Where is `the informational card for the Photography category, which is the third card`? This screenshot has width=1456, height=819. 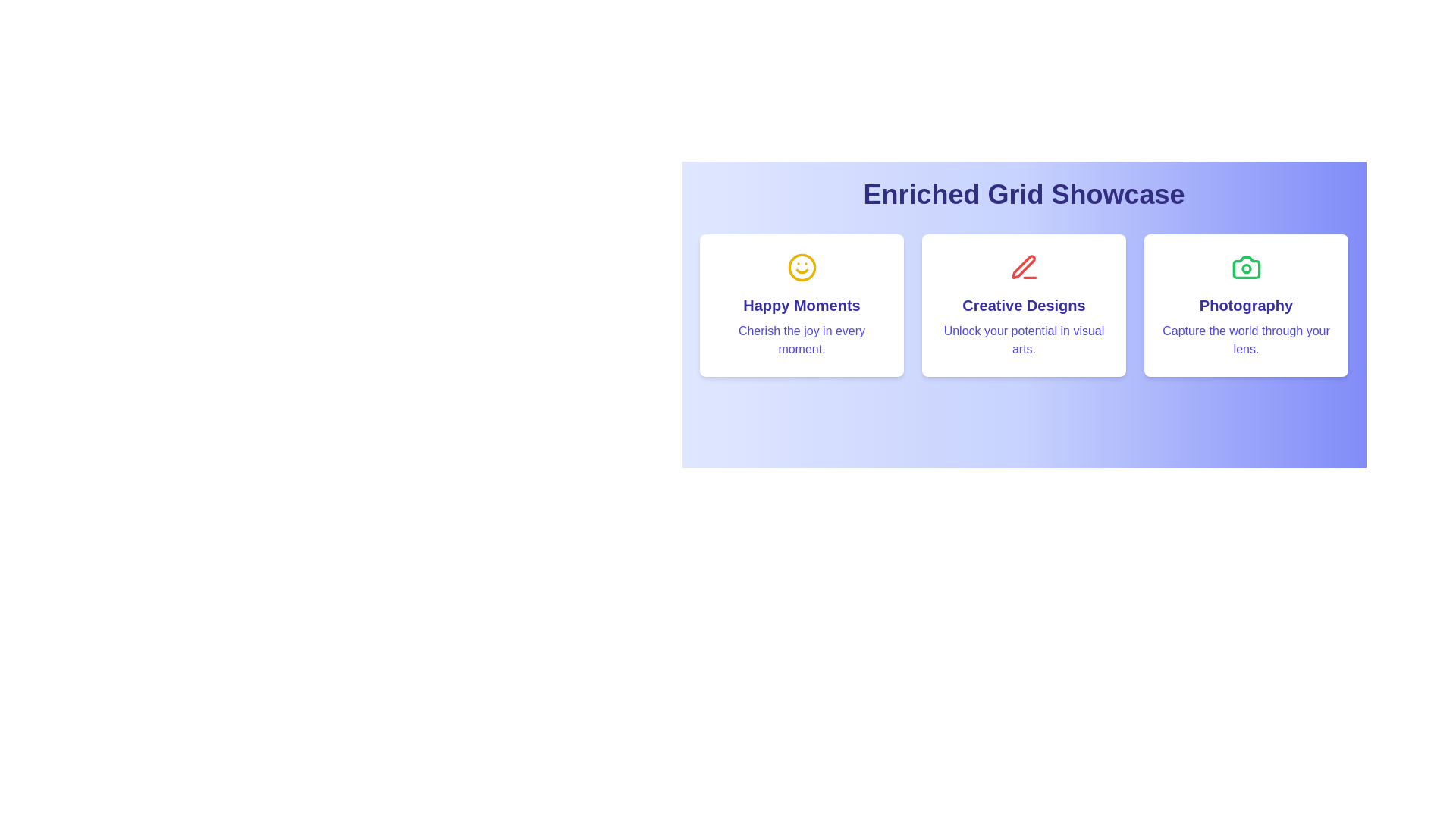 the informational card for the Photography category, which is the third card is located at coordinates (1246, 305).